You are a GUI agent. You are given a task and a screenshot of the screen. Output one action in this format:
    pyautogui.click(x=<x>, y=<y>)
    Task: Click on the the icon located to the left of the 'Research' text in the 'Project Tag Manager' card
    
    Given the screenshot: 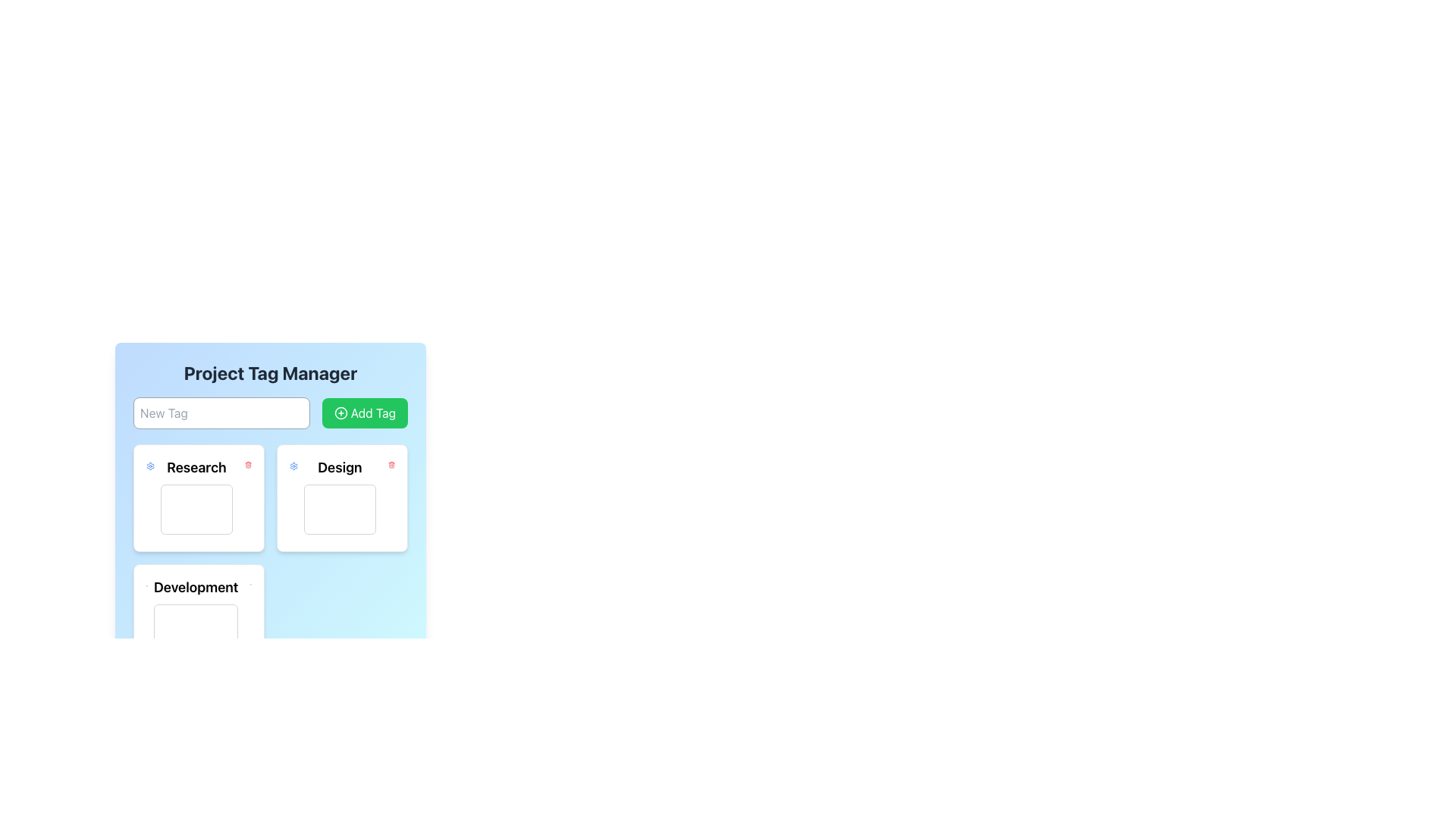 What is the action you would take?
    pyautogui.click(x=293, y=465)
    